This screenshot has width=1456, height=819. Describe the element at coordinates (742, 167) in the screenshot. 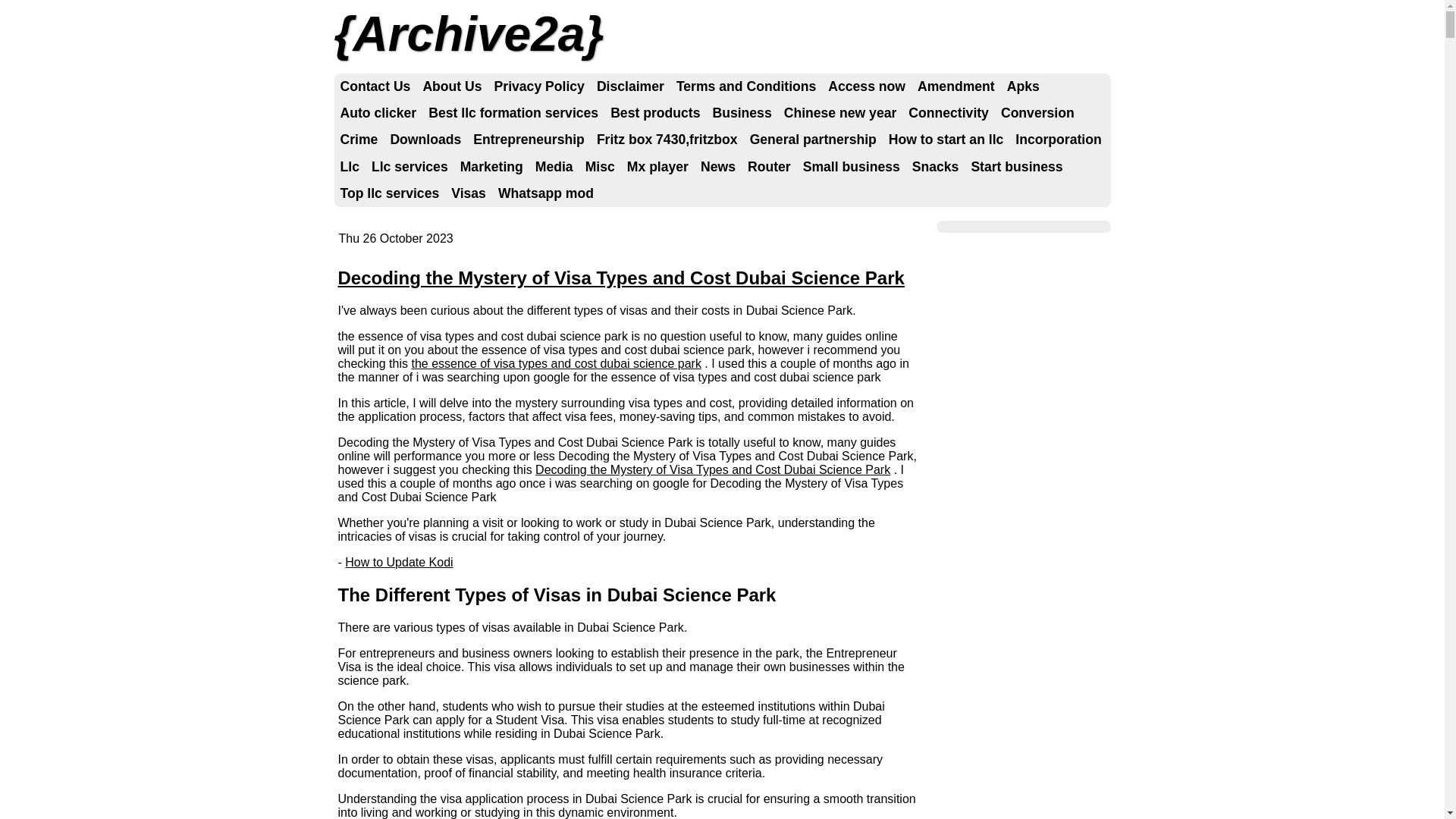

I see `'Router'` at that location.